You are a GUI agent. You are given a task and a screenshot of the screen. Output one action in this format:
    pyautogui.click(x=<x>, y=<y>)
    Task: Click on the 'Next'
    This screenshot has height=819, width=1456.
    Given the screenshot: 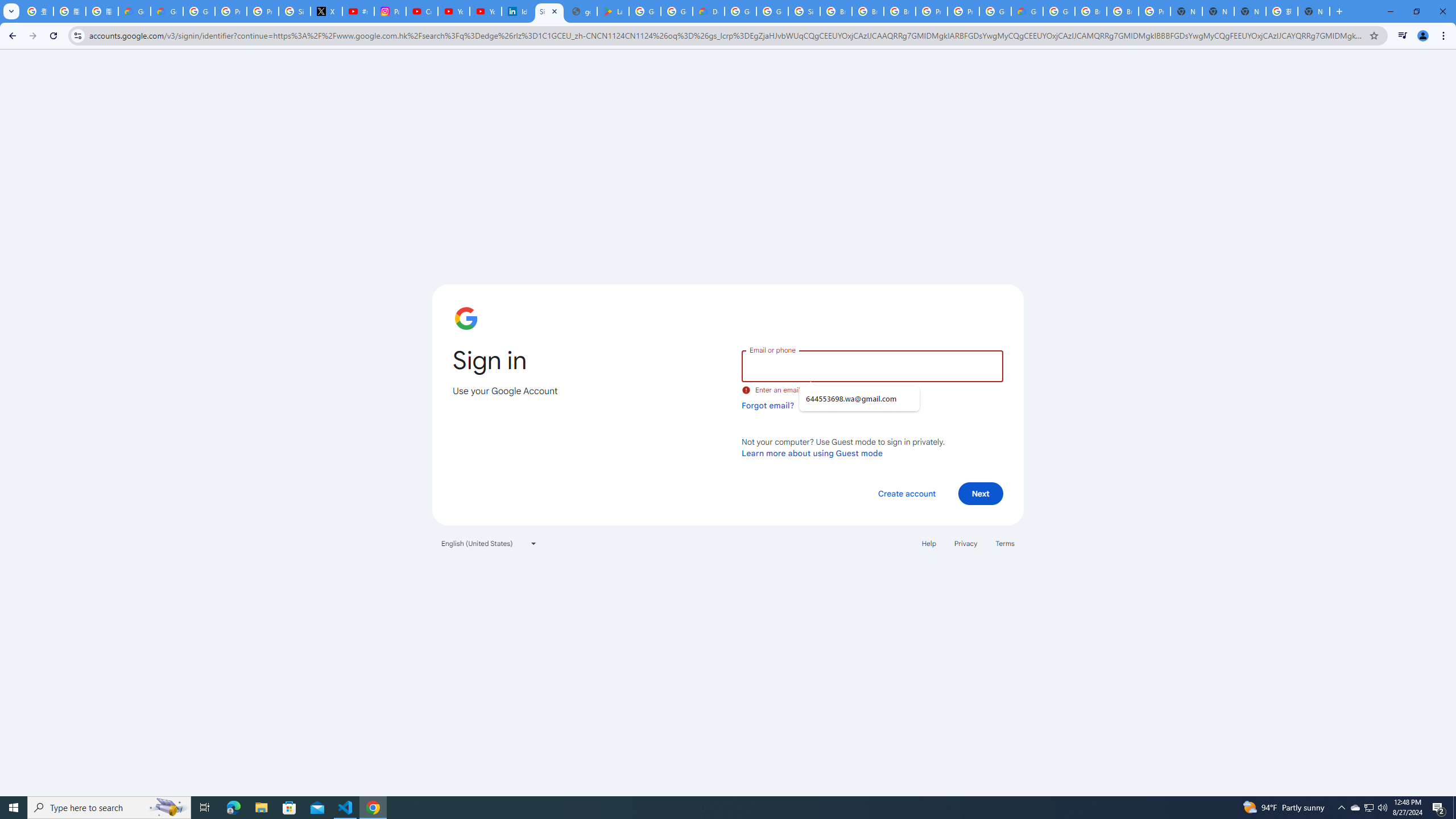 What is the action you would take?
    pyautogui.click(x=981, y=493)
    